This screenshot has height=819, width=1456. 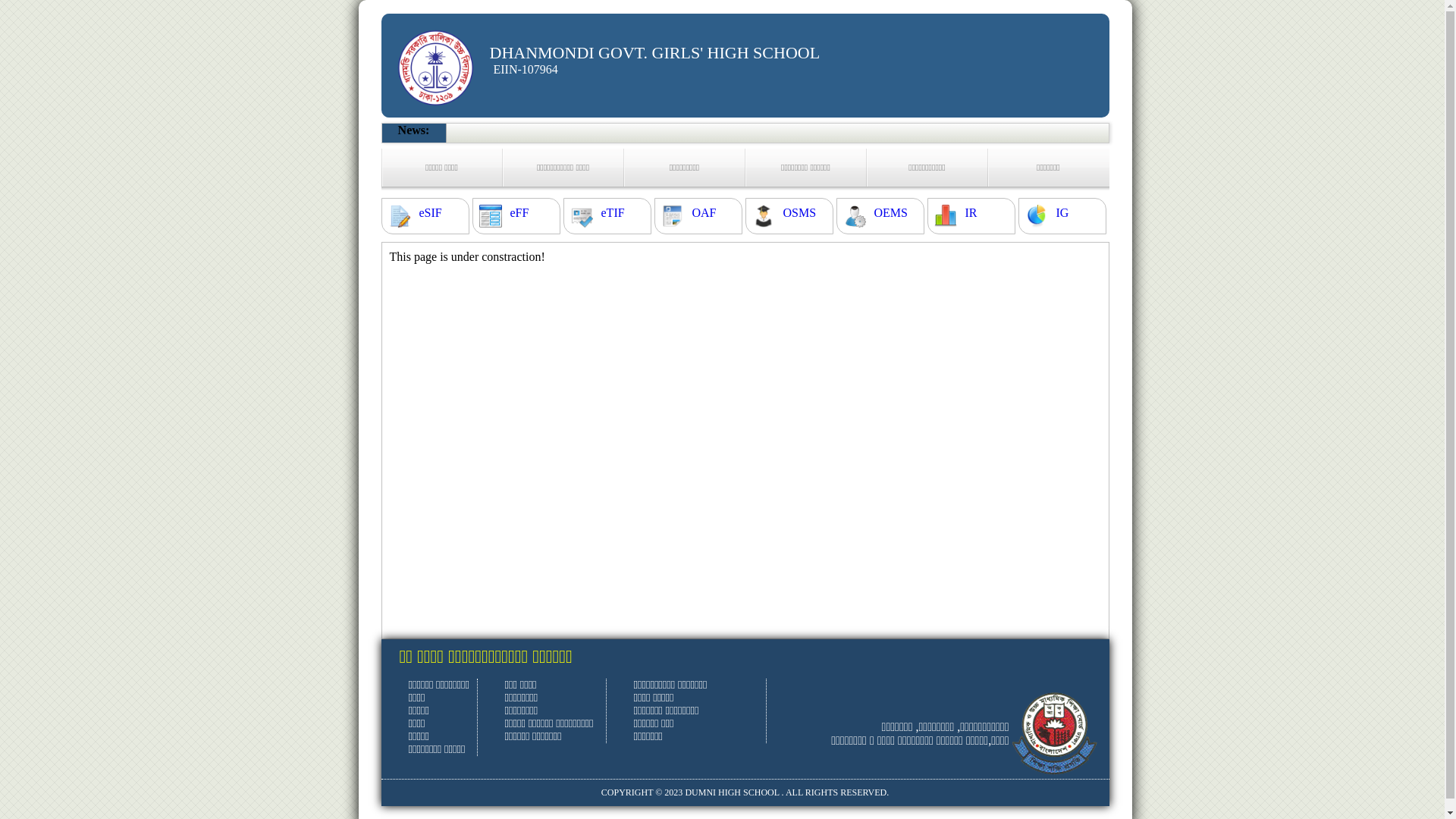 What do you see at coordinates (612, 213) in the screenshot?
I see `'eTIF'` at bounding box center [612, 213].